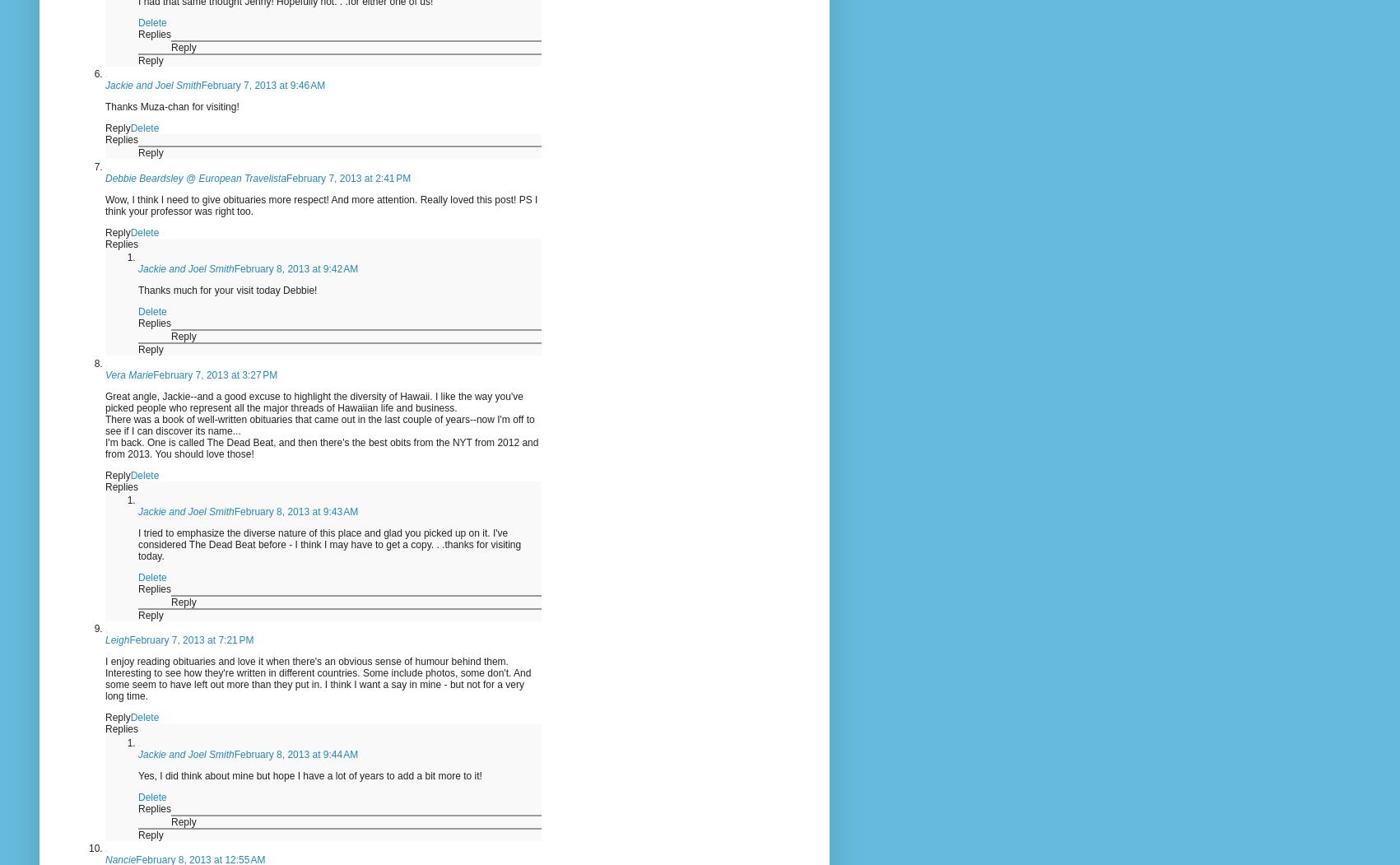 Image resolution: width=1400 pixels, height=865 pixels. Describe the element at coordinates (128, 639) in the screenshot. I see `'February 7, 2013 at 7:21 PM'` at that location.